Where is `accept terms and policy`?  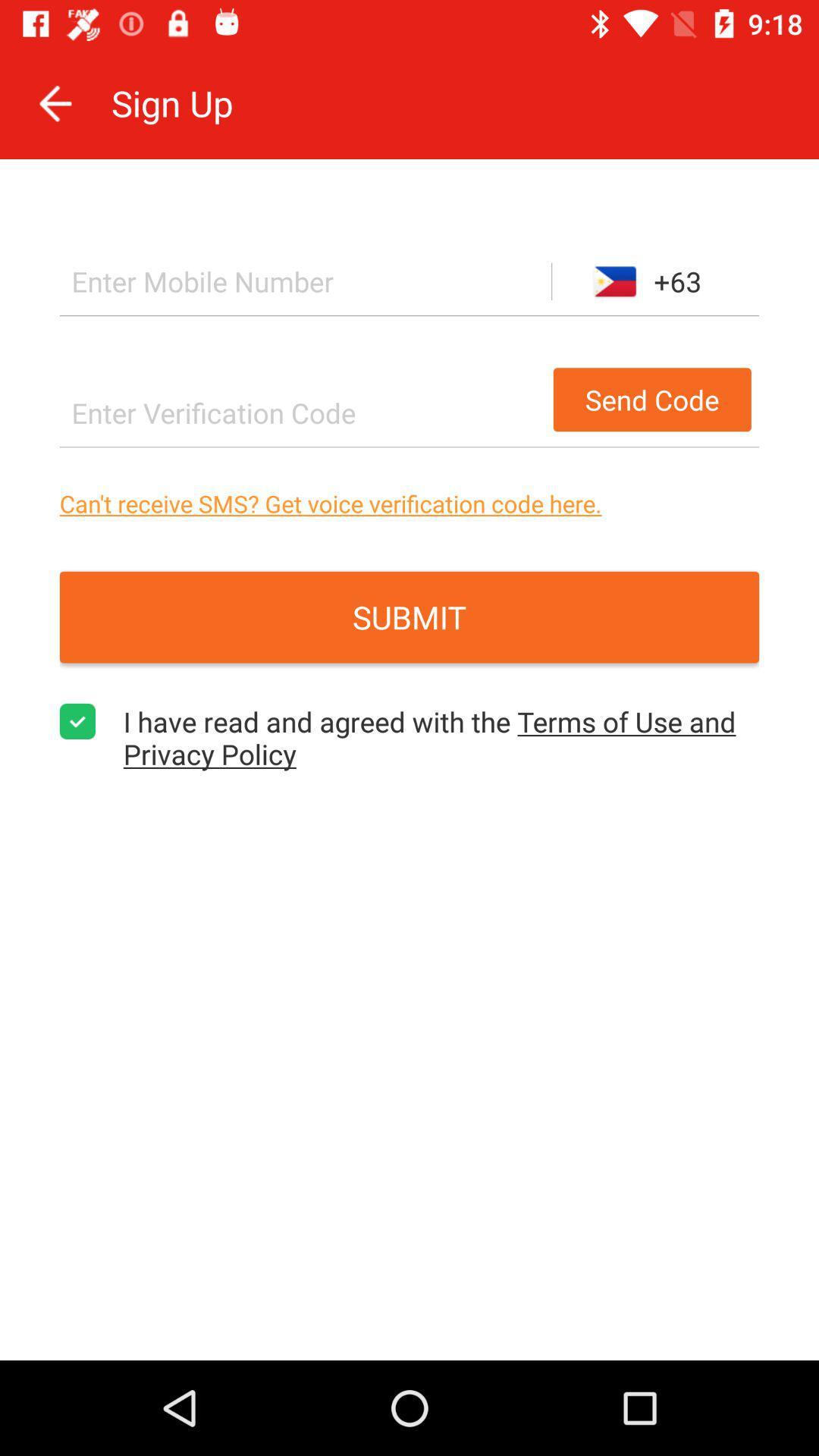
accept terms and policy is located at coordinates (77, 720).